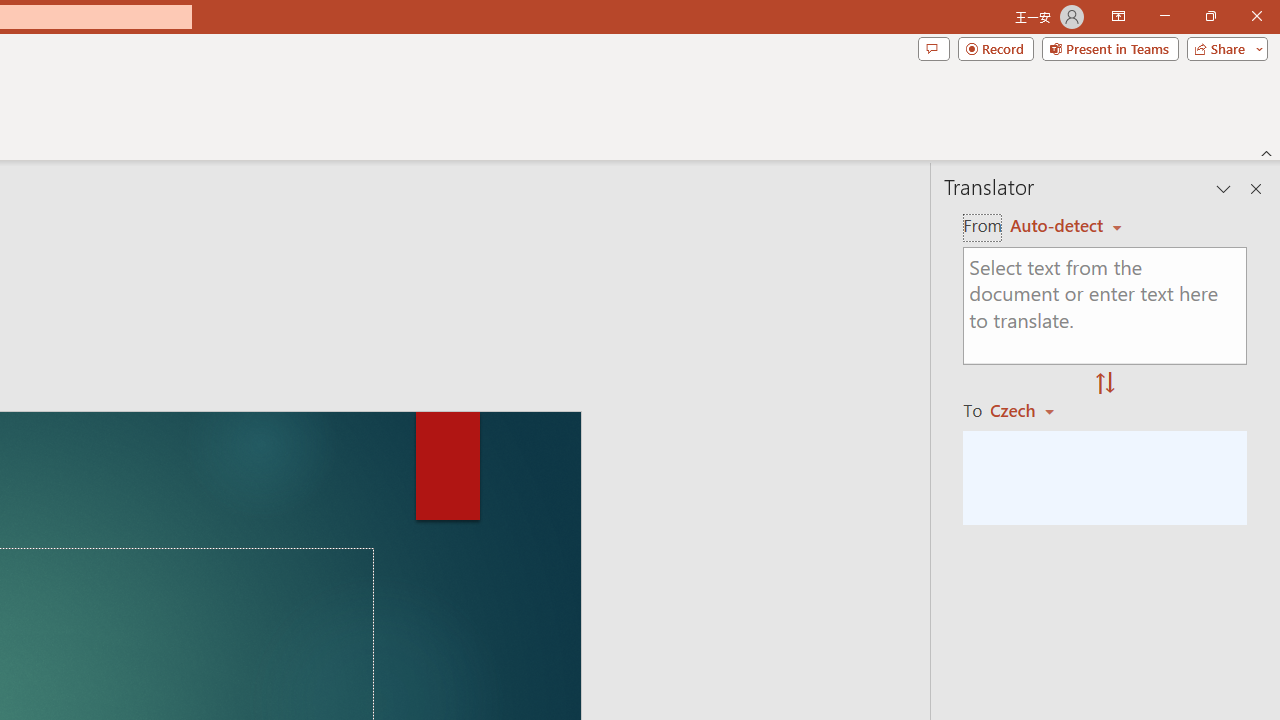  What do you see at coordinates (1104, 384) in the screenshot?
I see `'Swap "from" and "to" languages.'` at bounding box center [1104, 384].